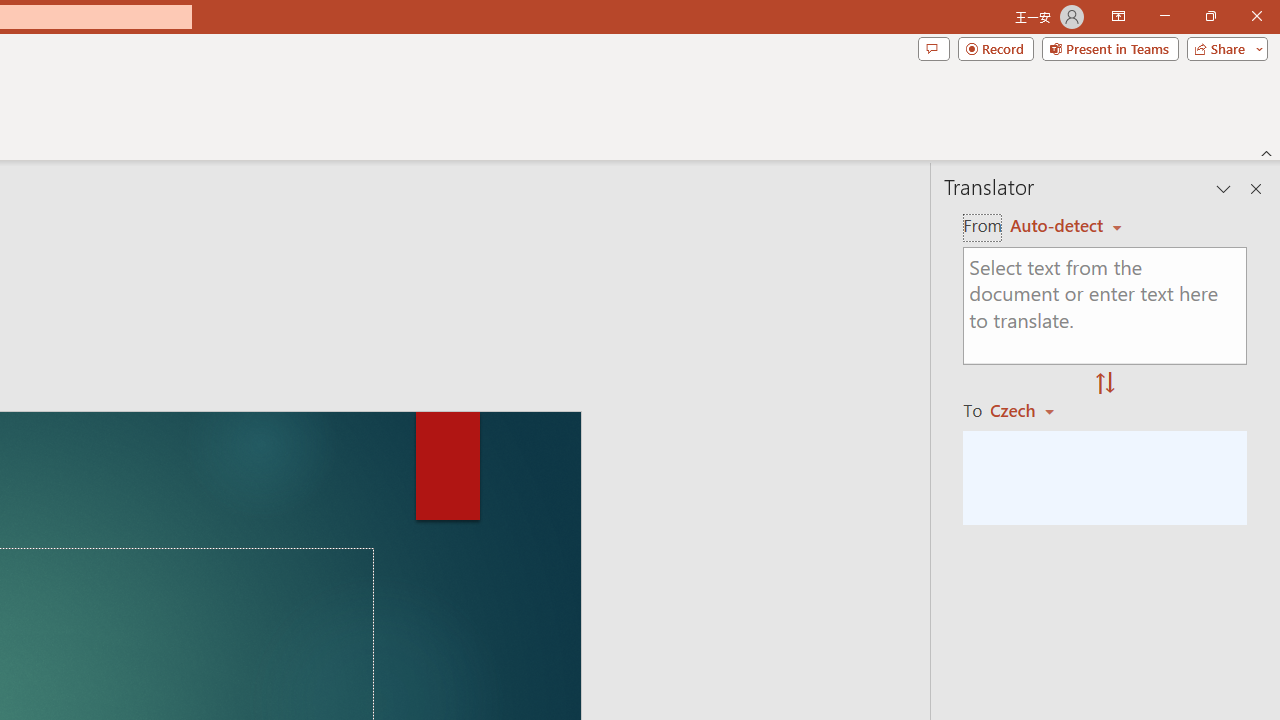  What do you see at coordinates (1104, 384) in the screenshot?
I see `'Swap "from" and "to" languages.'` at bounding box center [1104, 384].